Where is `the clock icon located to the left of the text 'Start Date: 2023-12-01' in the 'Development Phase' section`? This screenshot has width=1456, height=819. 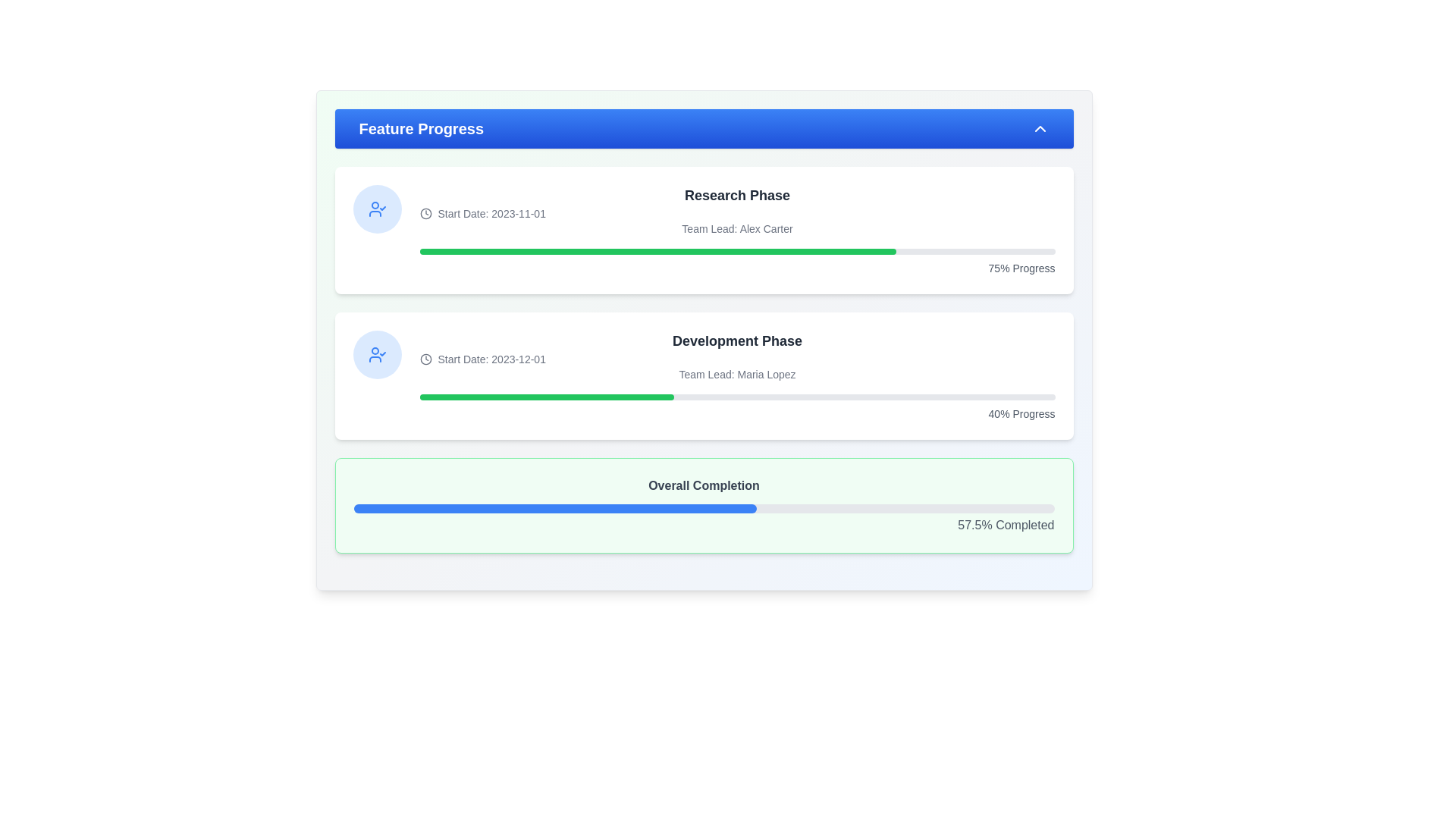
the clock icon located to the left of the text 'Start Date: 2023-12-01' in the 'Development Phase' section is located at coordinates (425, 359).